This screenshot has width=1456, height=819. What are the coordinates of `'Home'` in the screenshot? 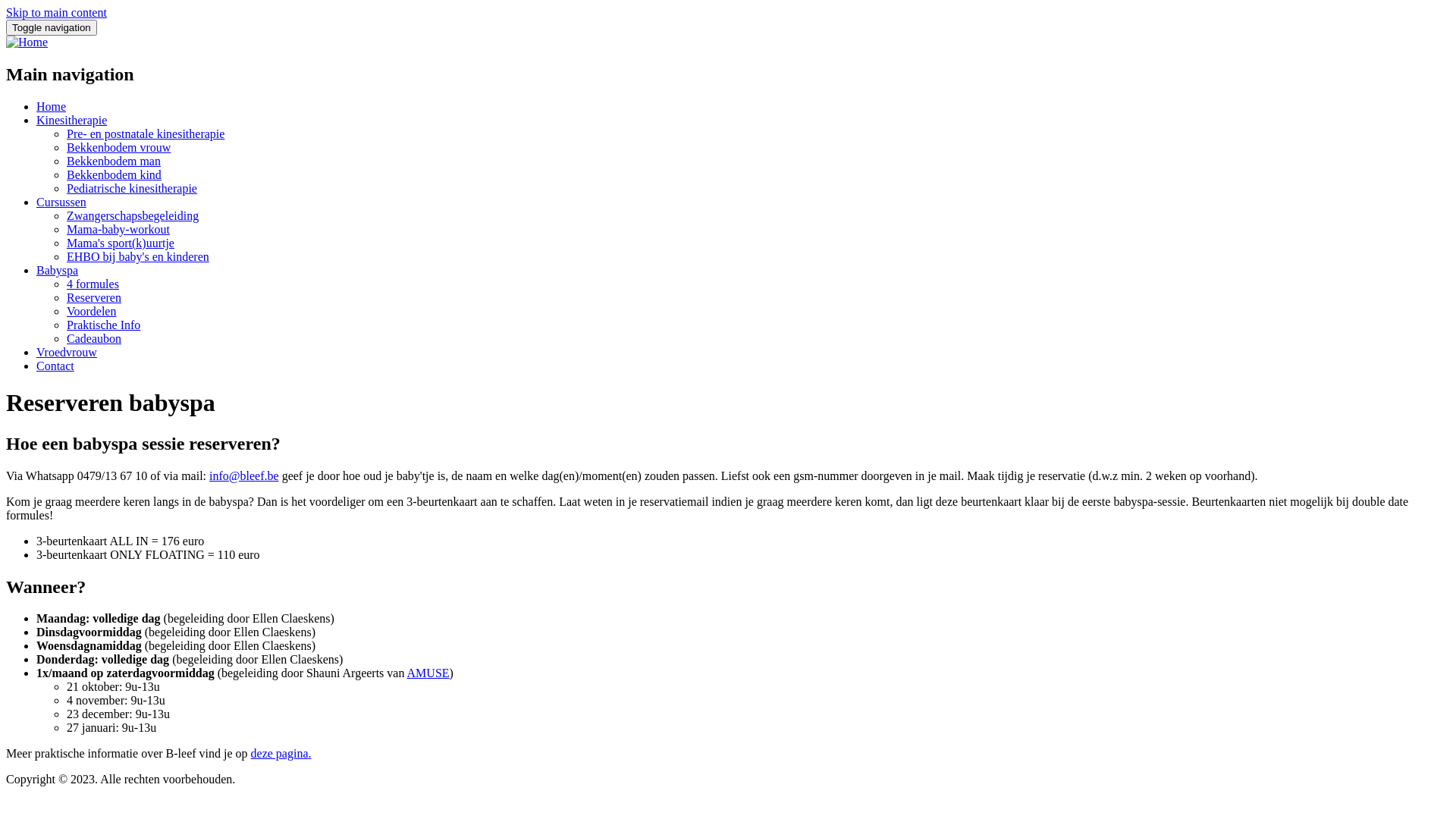 It's located at (51, 105).